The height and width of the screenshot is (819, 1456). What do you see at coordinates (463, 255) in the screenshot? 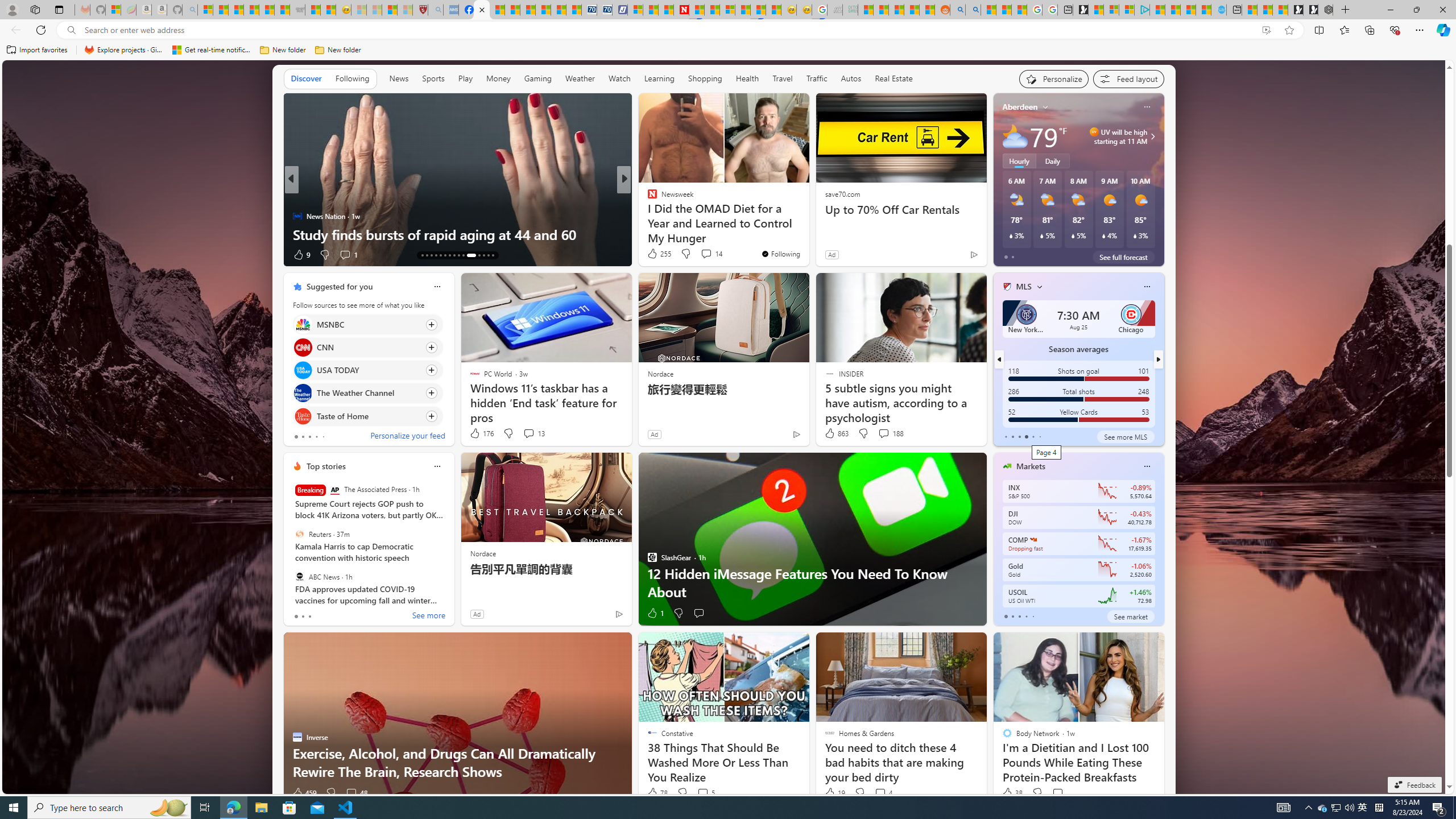
I see `'AutomationID: tab-75'` at bounding box center [463, 255].